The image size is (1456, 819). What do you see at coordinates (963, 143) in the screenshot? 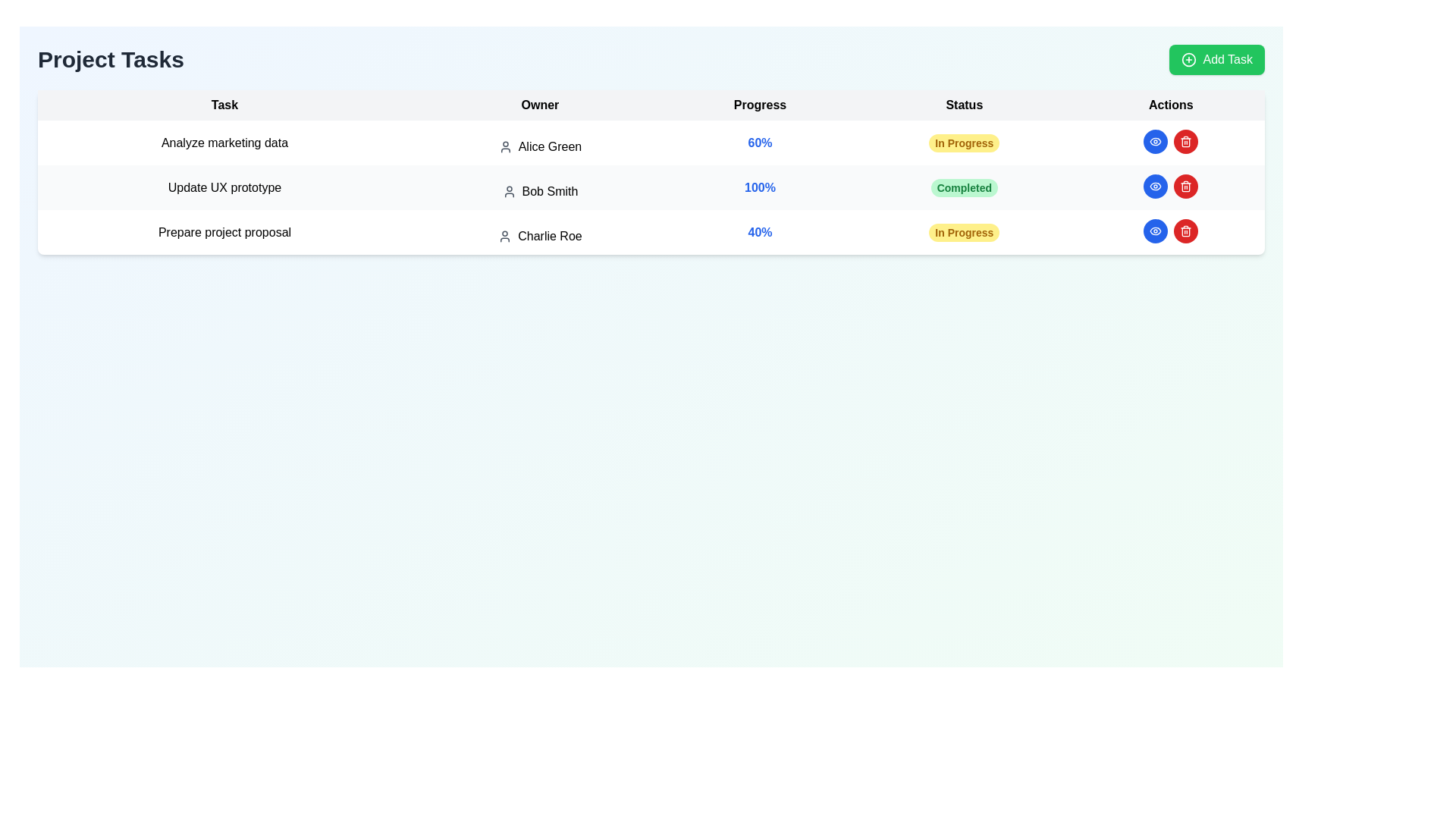
I see `the badge with a yellow background and text reading 'In Progress' in bold font, located in the 'Status' column of the first task row for the task titled 'Analyze marketing data'` at bounding box center [963, 143].